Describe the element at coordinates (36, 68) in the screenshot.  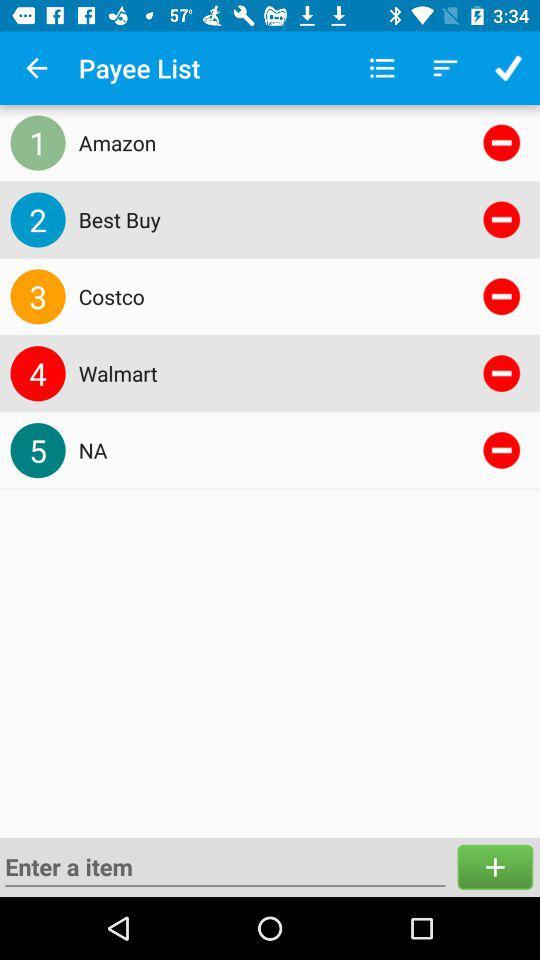
I see `item to the left of the payee list` at that location.